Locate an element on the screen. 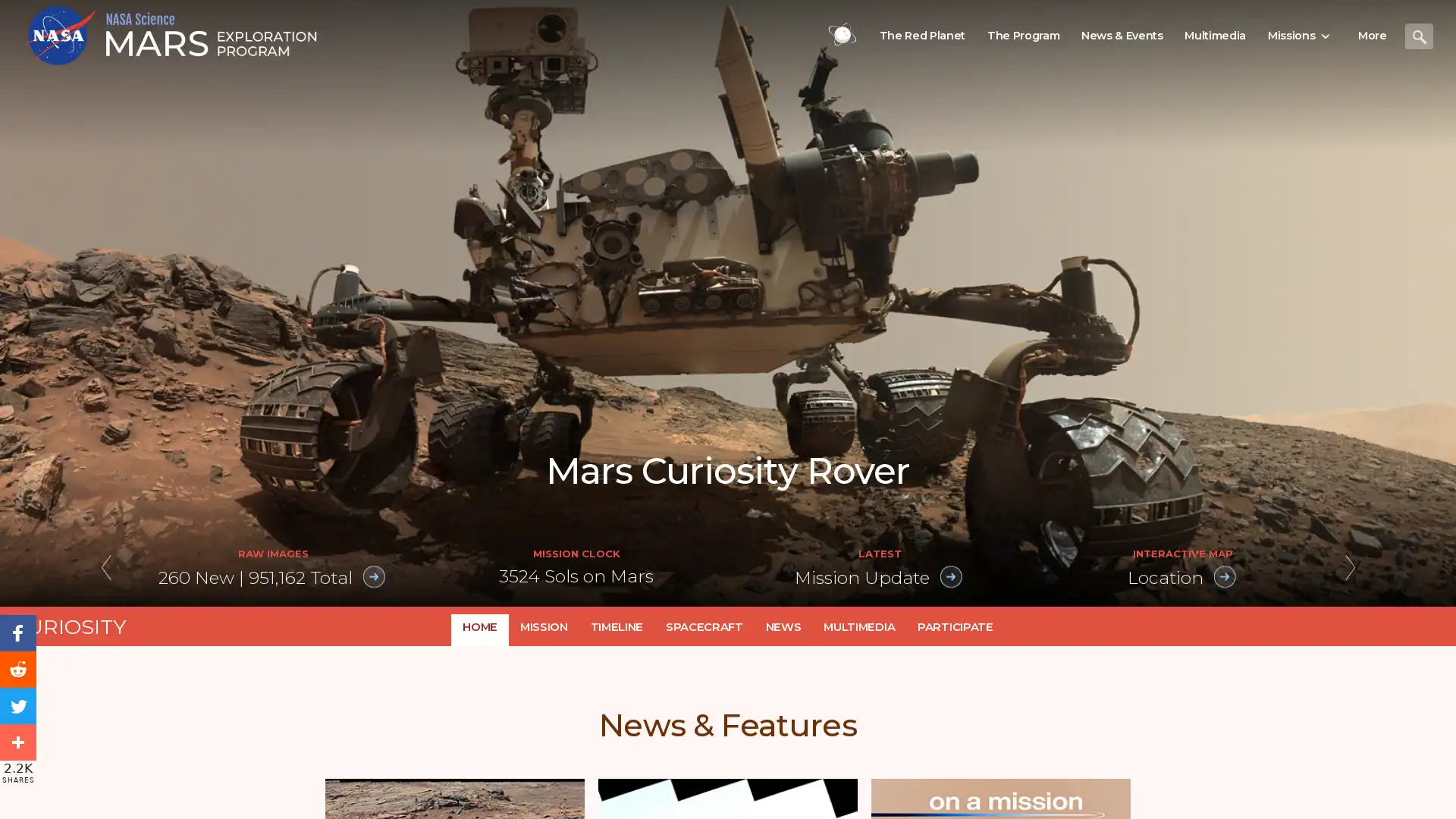  Previous is located at coordinates (105, 569).